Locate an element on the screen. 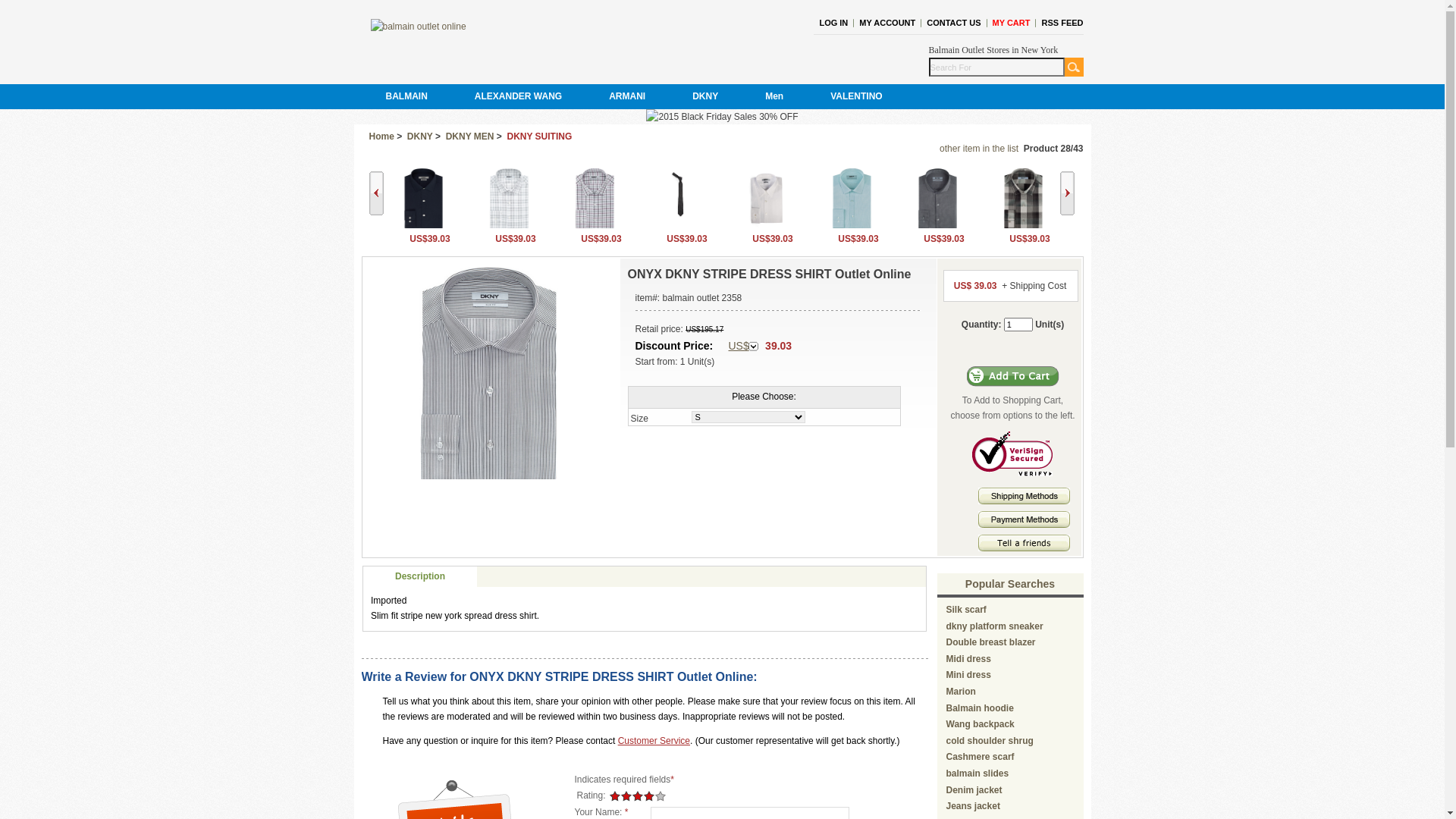 This screenshot has height=819, width=1456. 'Cashmere scarf' is located at coordinates (980, 757).